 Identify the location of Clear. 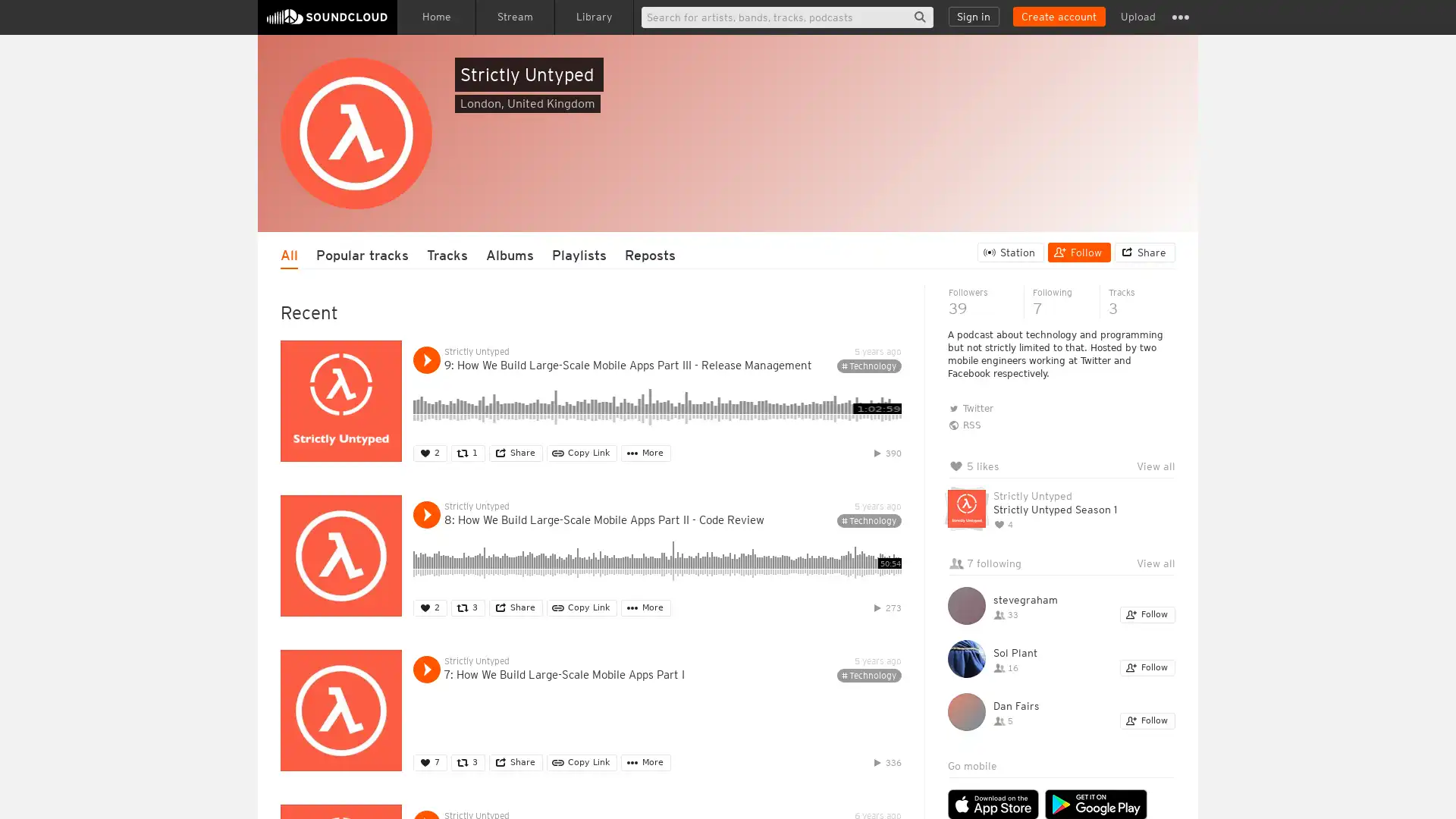
(1124, 414).